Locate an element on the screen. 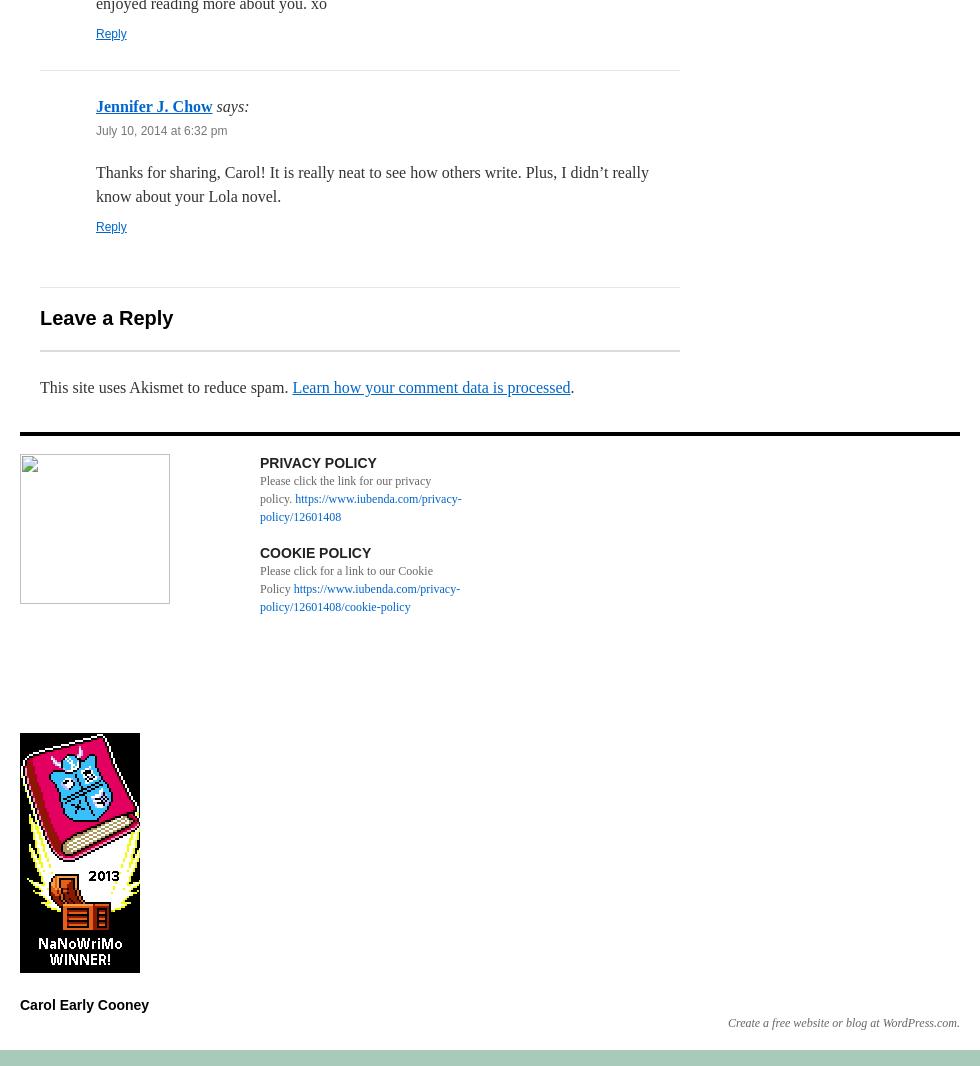 This screenshot has height=1066, width=980. 'Create a free website or blog at WordPress.com.' is located at coordinates (843, 1023).